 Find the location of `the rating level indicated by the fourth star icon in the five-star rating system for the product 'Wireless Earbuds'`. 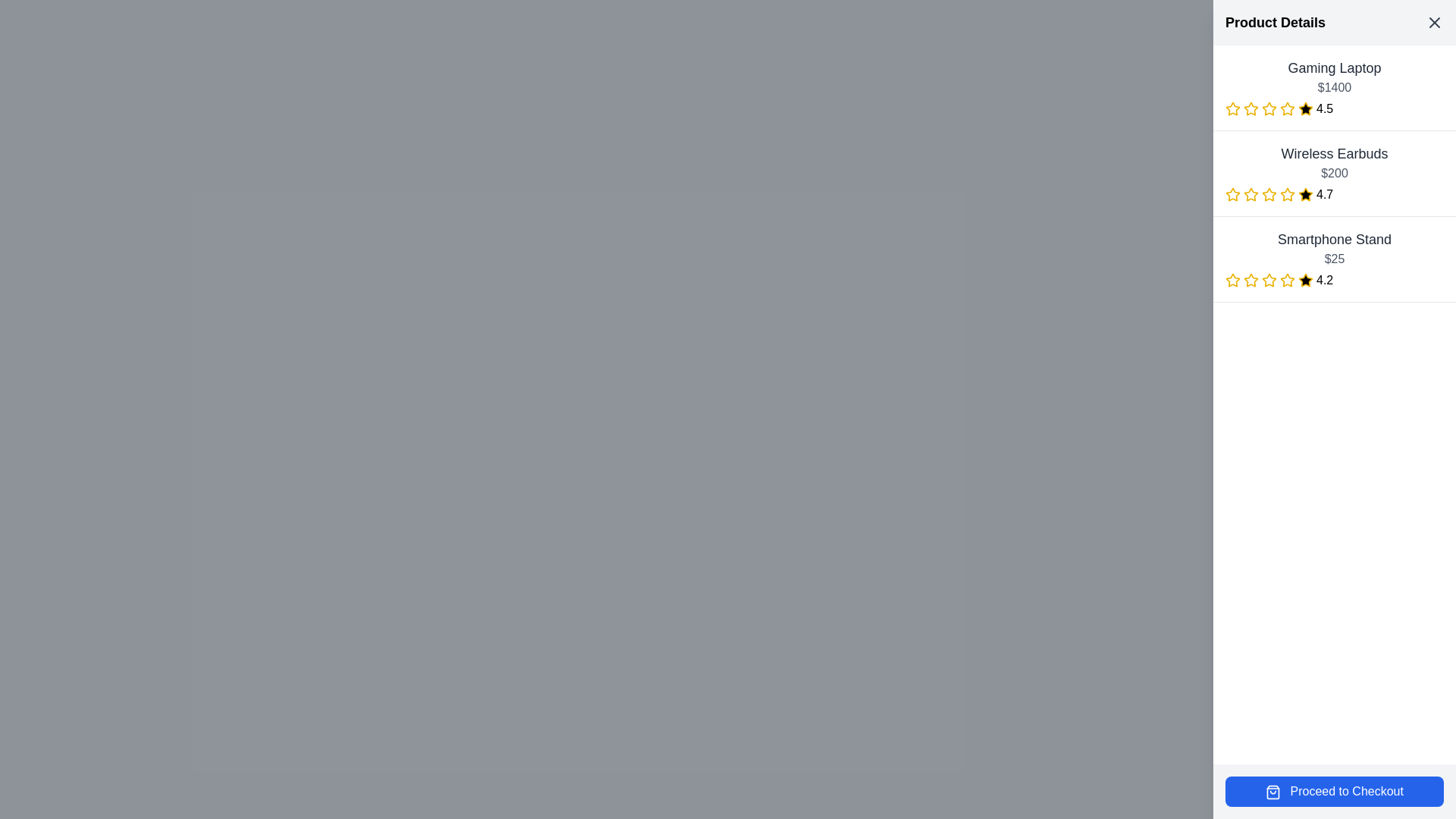

the rating level indicated by the fourth star icon in the five-star rating system for the product 'Wireless Earbuds' is located at coordinates (1269, 194).